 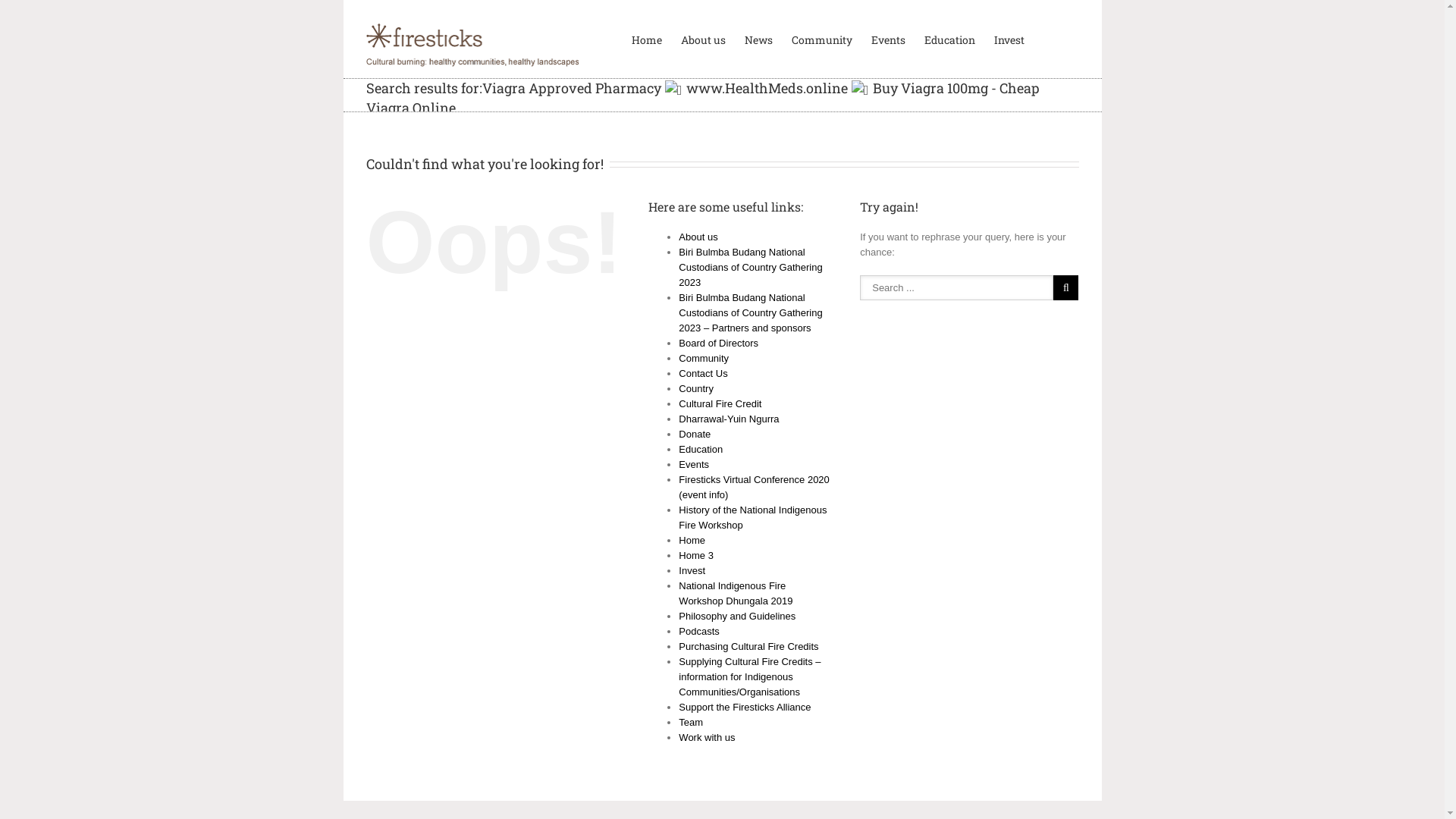 What do you see at coordinates (735, 592) in the screenshot?
I see `'National Indigenous Fire Workshop Dhungala 2019'` at bounding box center [735, 592].